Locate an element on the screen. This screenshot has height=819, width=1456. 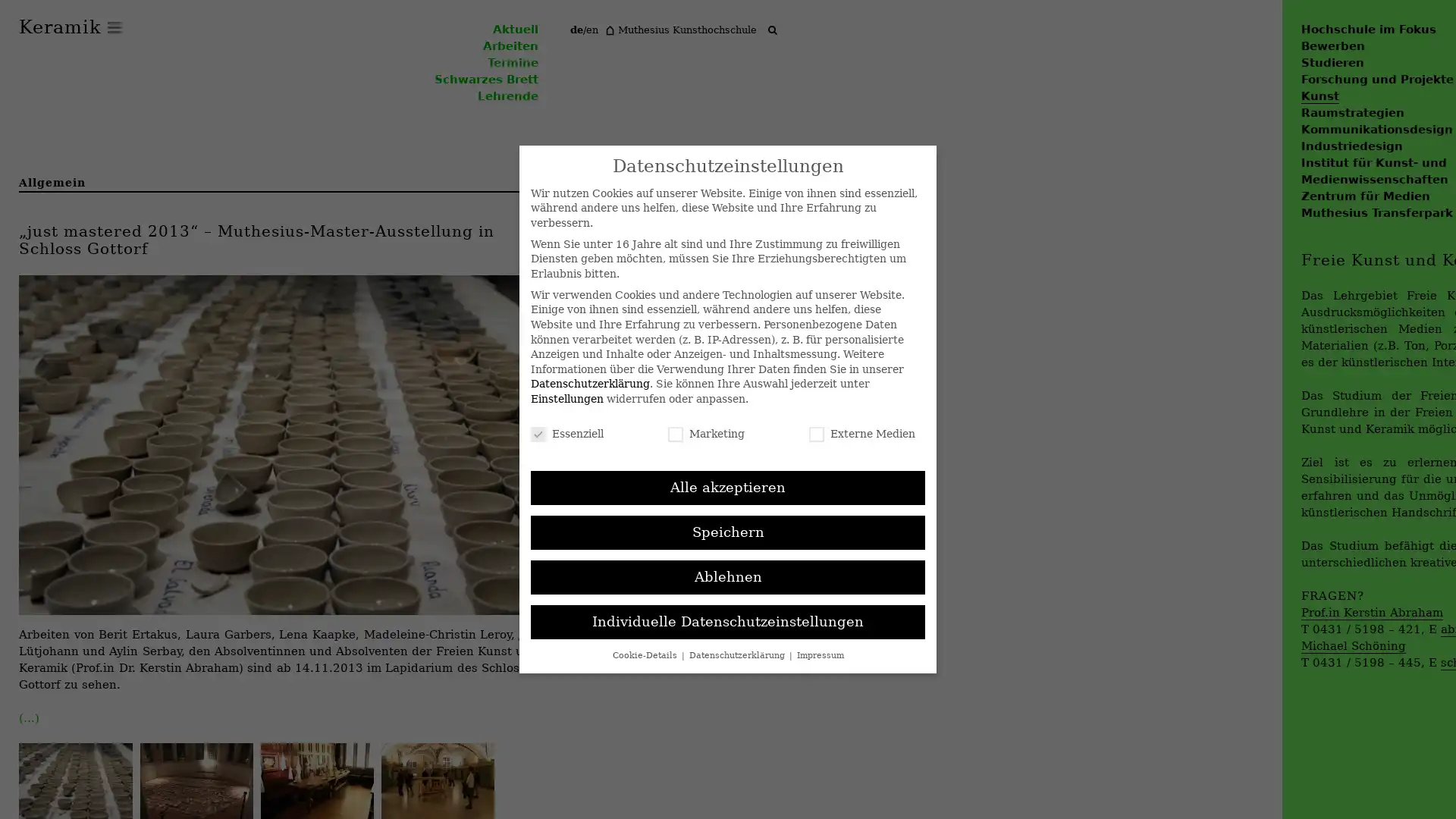
Speichern is located at coordinates (728, 532).